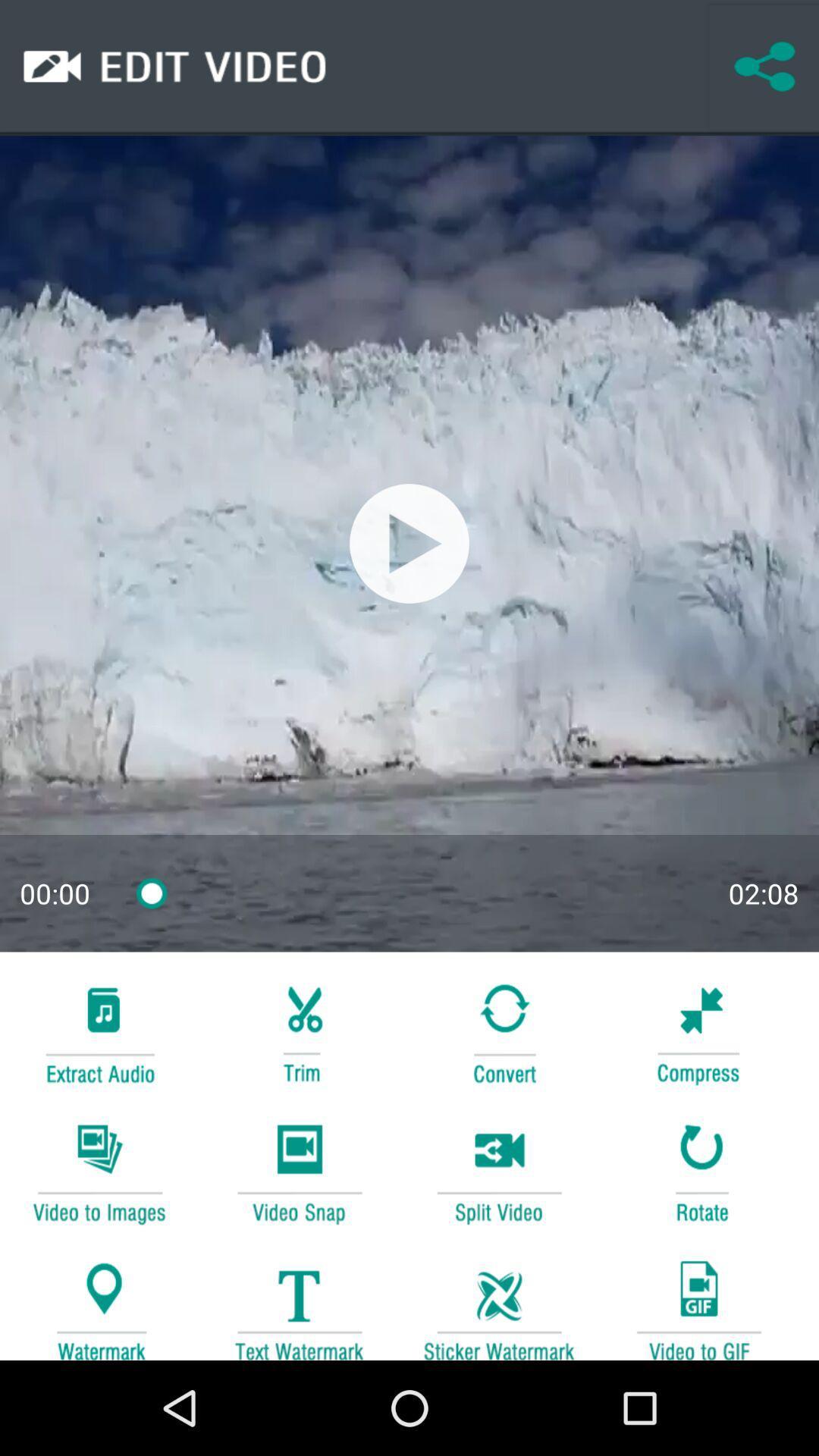 The height and width of the screenshot is (1456, 819). I want to click on convert this video to a gif, so click(698, 1302).